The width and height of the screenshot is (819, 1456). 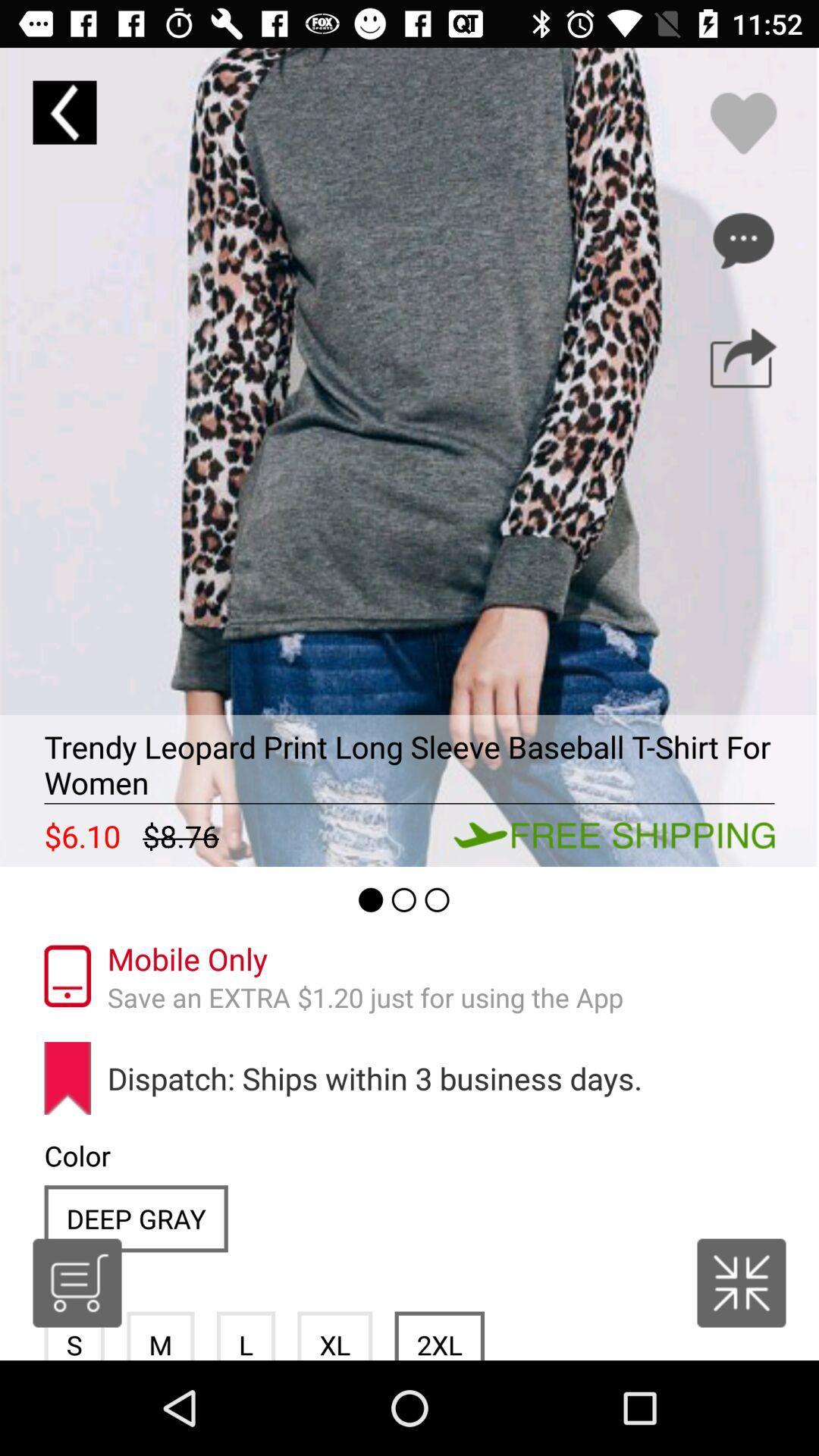 I want to click on icon to the left of 2xl, so click(x=334, y=1335).